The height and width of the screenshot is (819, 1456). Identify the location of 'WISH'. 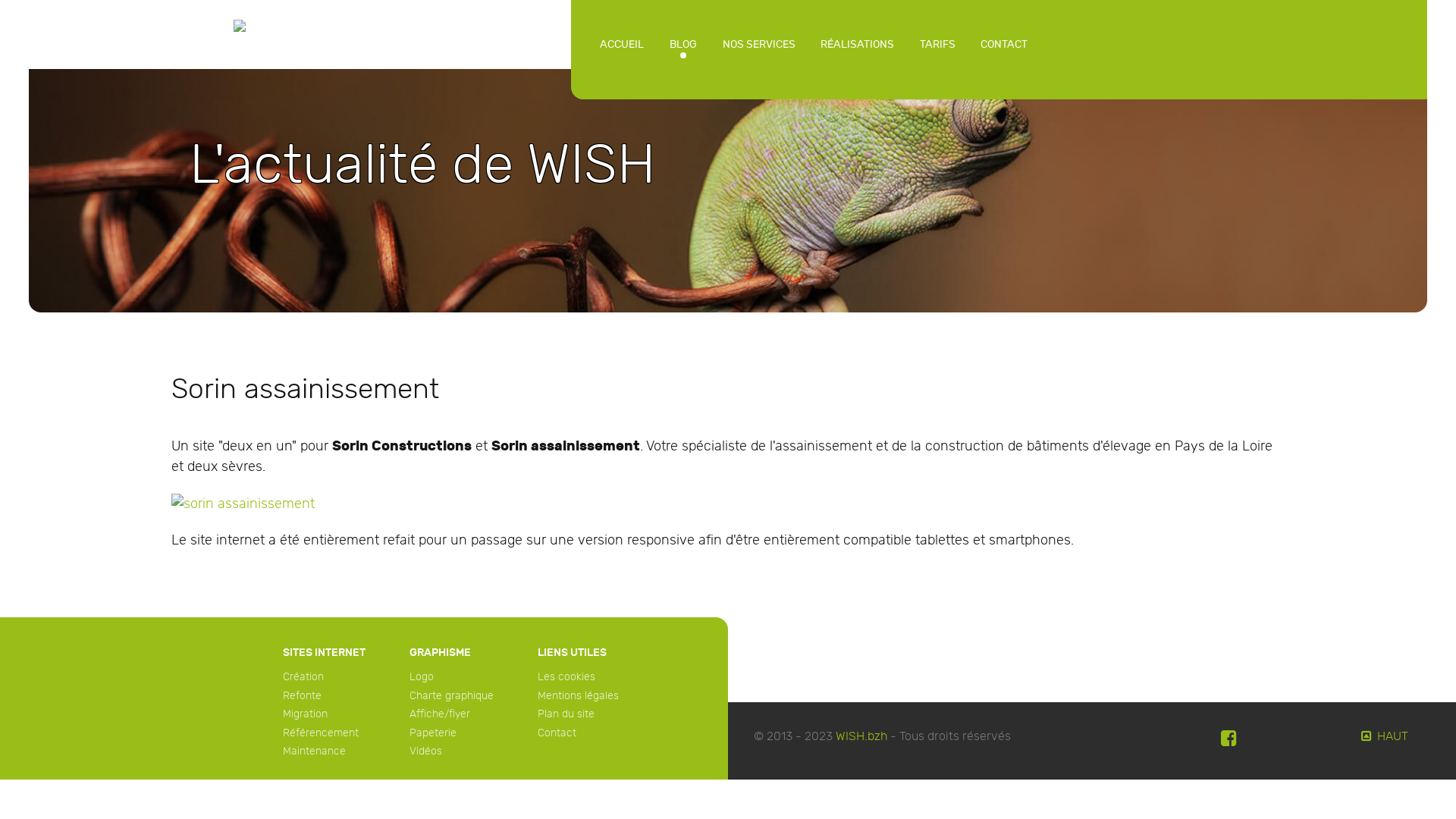
(284, 33).